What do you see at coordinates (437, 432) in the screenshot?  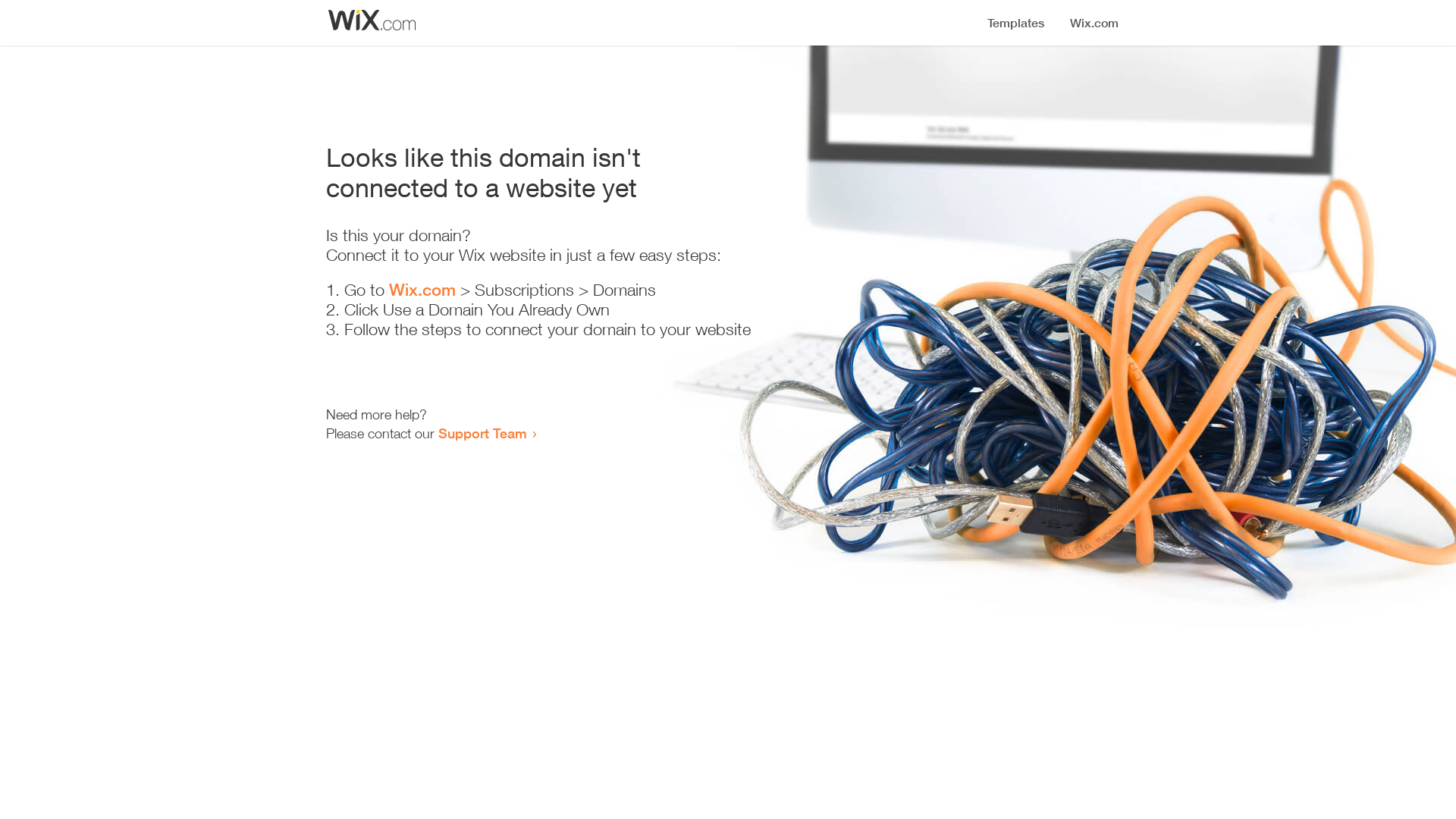 I see `'Support Team'` at bounding box center [437, 432].